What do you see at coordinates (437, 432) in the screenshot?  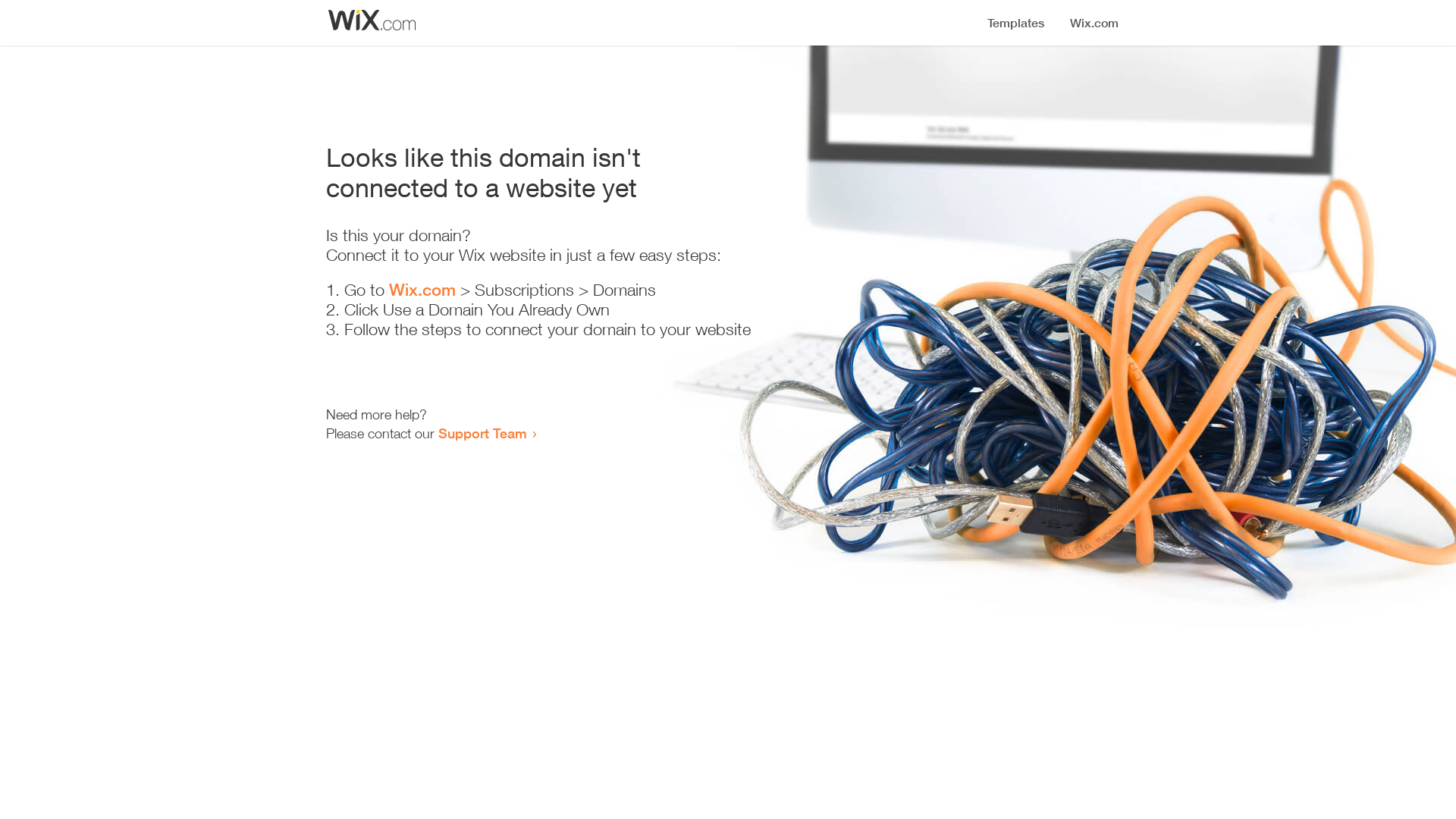 I see `'Support Team'` at bounding box center [437, 432].